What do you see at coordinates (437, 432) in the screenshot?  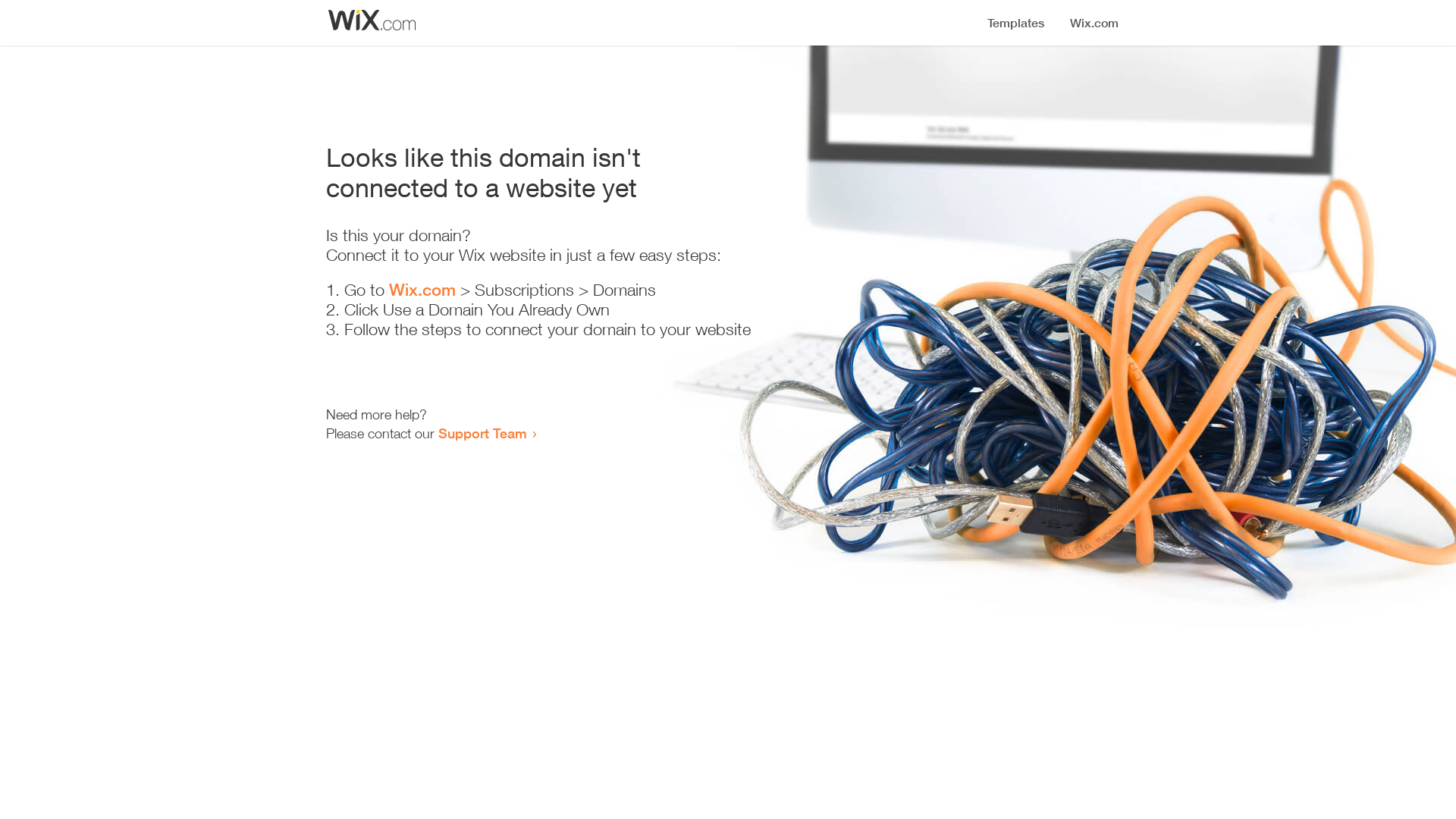 I see `'Support Team'` at bounding box center [437, 432].